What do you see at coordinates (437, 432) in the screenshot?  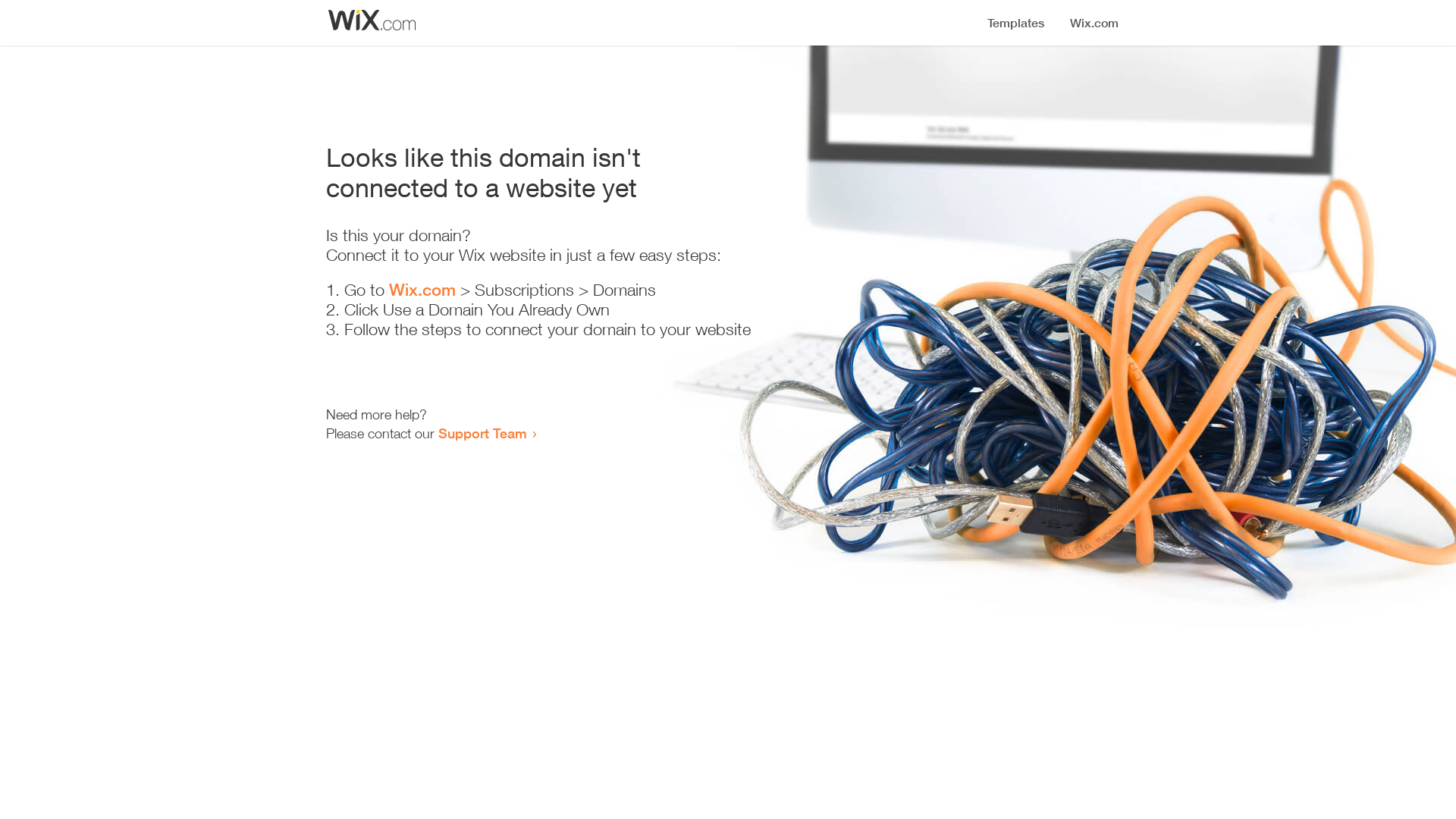 I see `'Support Team'` at bounding box center [437, 432].